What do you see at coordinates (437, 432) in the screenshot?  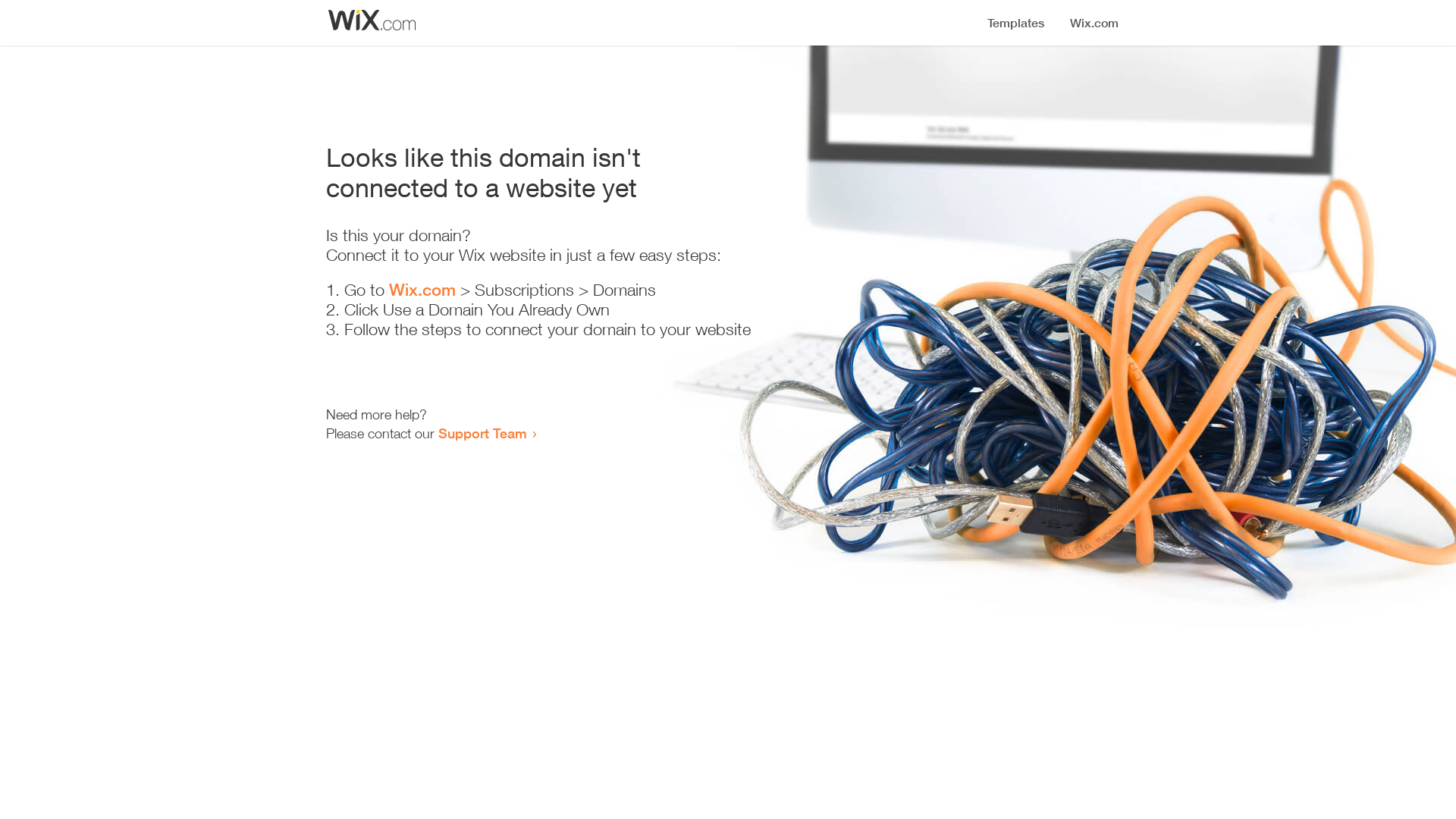 I see `'Support Team'` at bounding box center [437, 432].